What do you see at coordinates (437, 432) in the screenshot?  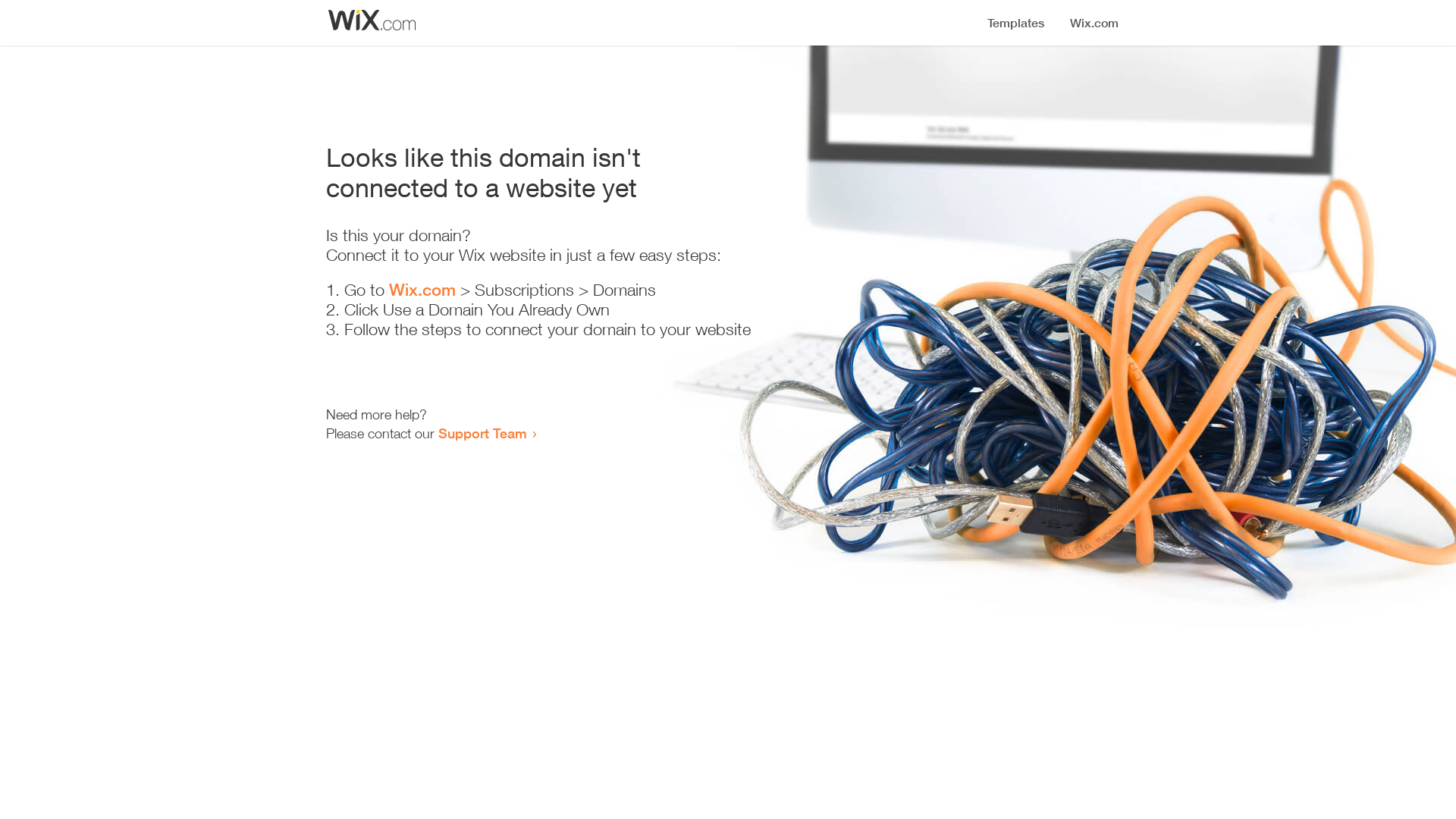 I see `'Support Team'` at bounding box center [437, 432].